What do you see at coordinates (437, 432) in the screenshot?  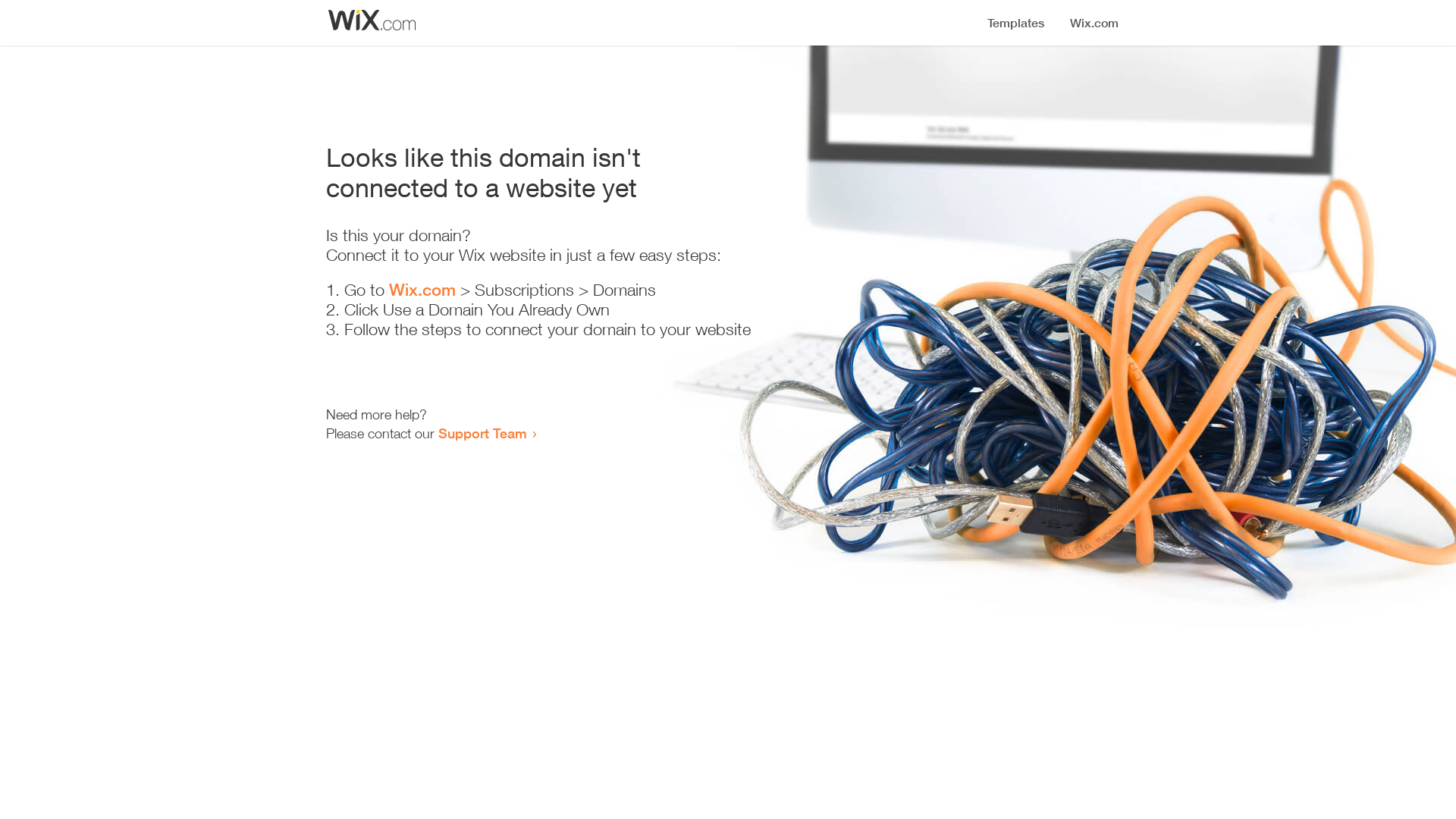 I see `'Support Team'` at bounding box center [437, 432].